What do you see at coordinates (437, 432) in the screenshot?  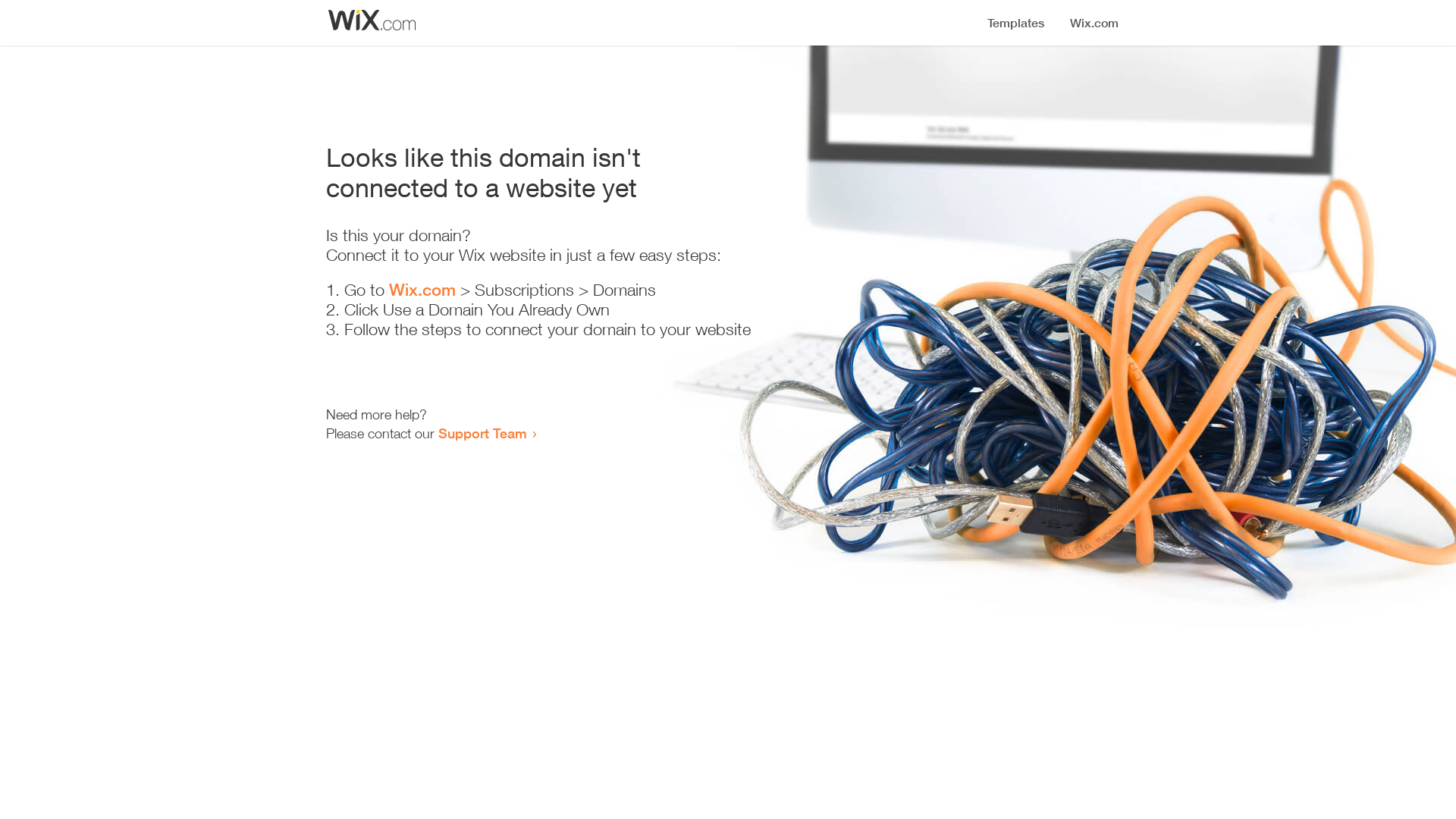 I see `'Support Team'` at bounding box center [437, 432].